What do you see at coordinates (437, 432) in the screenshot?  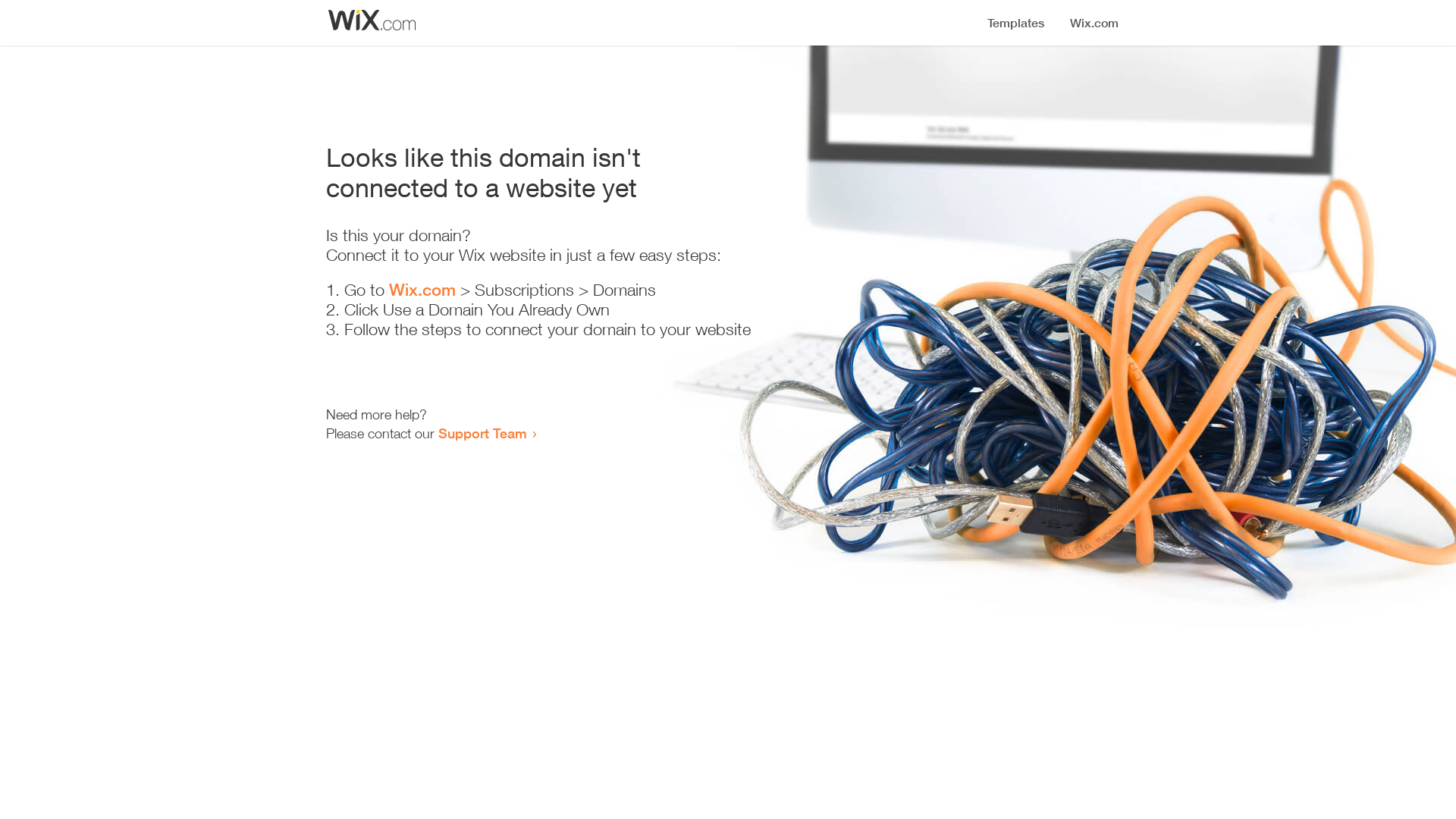 I see `'Support Team'` at bounding box center [437, 432].